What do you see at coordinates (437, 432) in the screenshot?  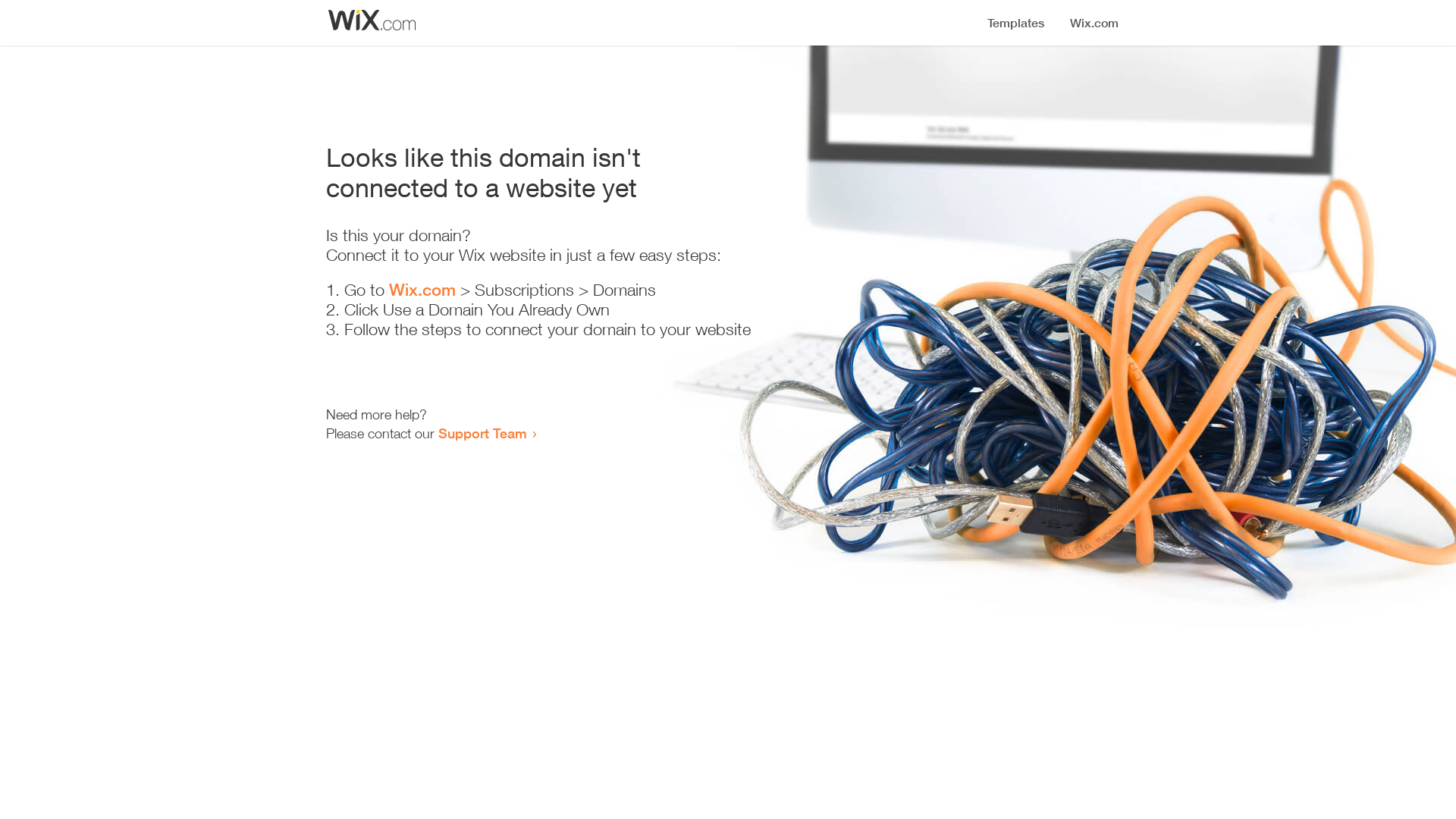 I see `'Support Team'` at bounding box center [437, 432].